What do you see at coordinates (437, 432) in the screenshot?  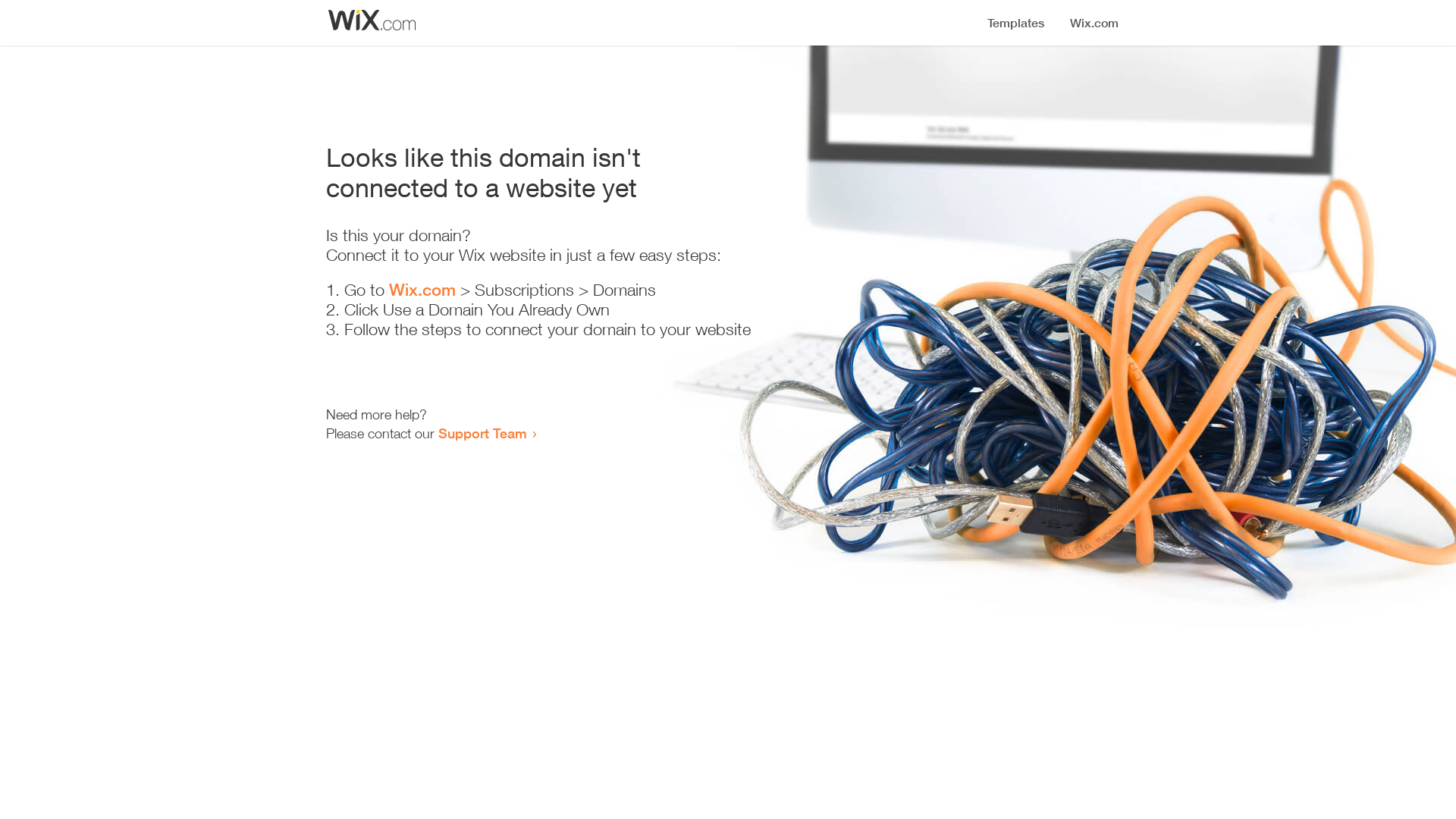 I see `'Support Team'` at bounding box center [437, 432].